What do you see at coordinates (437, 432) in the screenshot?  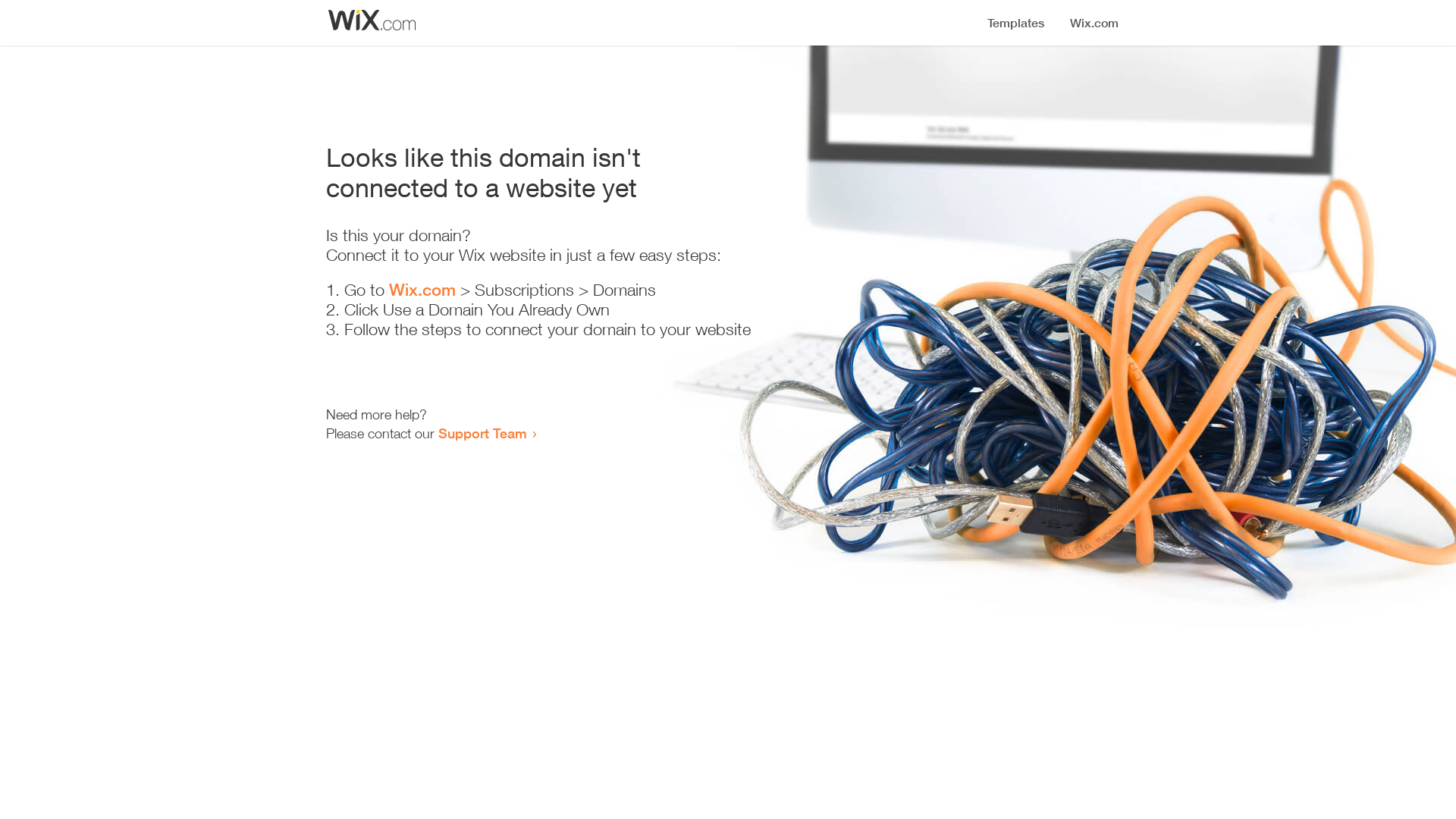 I see `'Support Team'` at bounding box center [437, 432].